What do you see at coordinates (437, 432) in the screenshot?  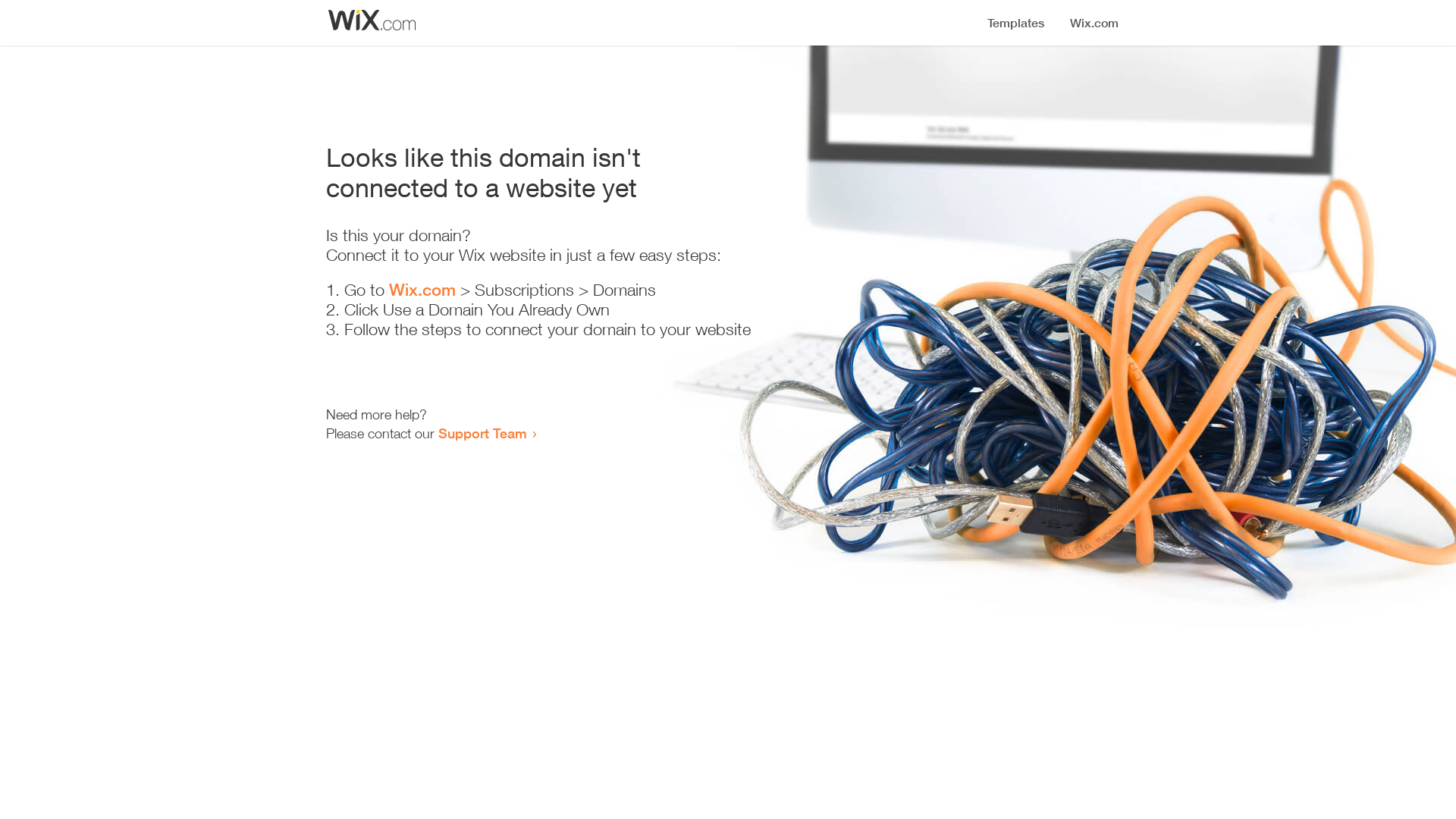 I see `'Support Team'` at bounding box center [437, 432].